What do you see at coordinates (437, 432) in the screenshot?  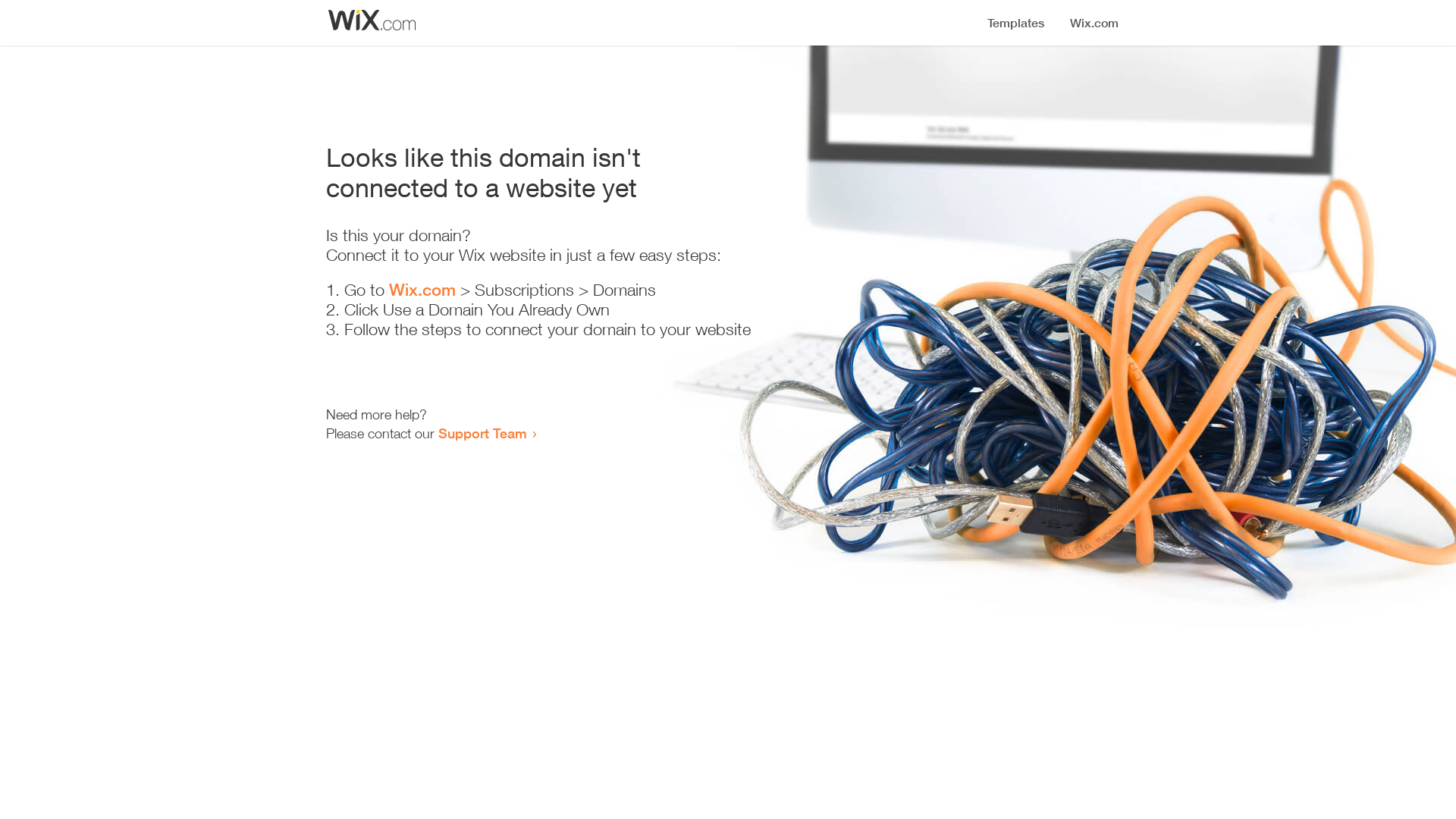 I see `'Support Team'` at bounding box center [437, 432].